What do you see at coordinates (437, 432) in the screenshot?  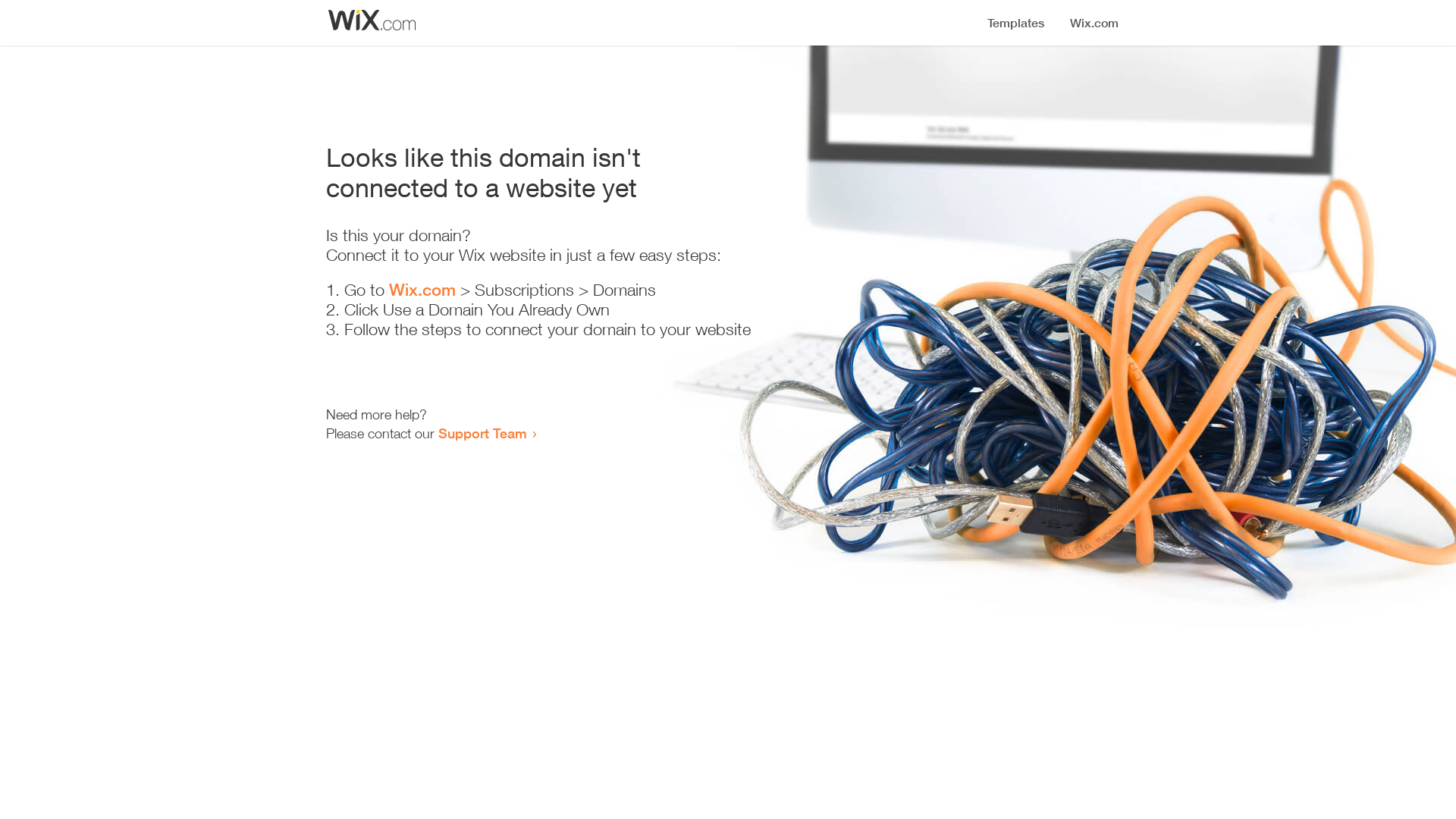 I see `'Support Team'` at bounding box center [437, 432].